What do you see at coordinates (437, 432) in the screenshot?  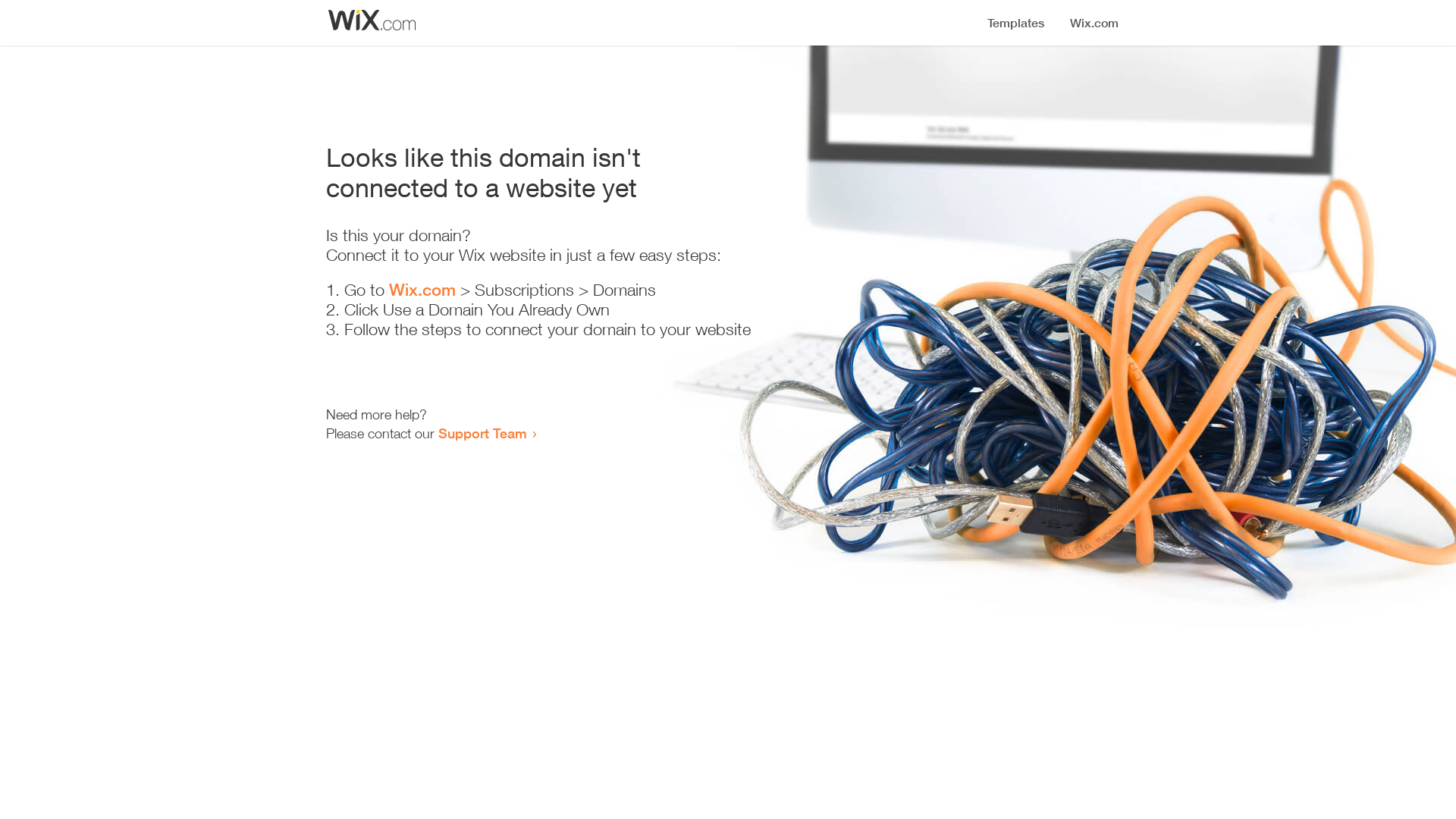 I see `'Support Team'` at bounding box center [437, 432].